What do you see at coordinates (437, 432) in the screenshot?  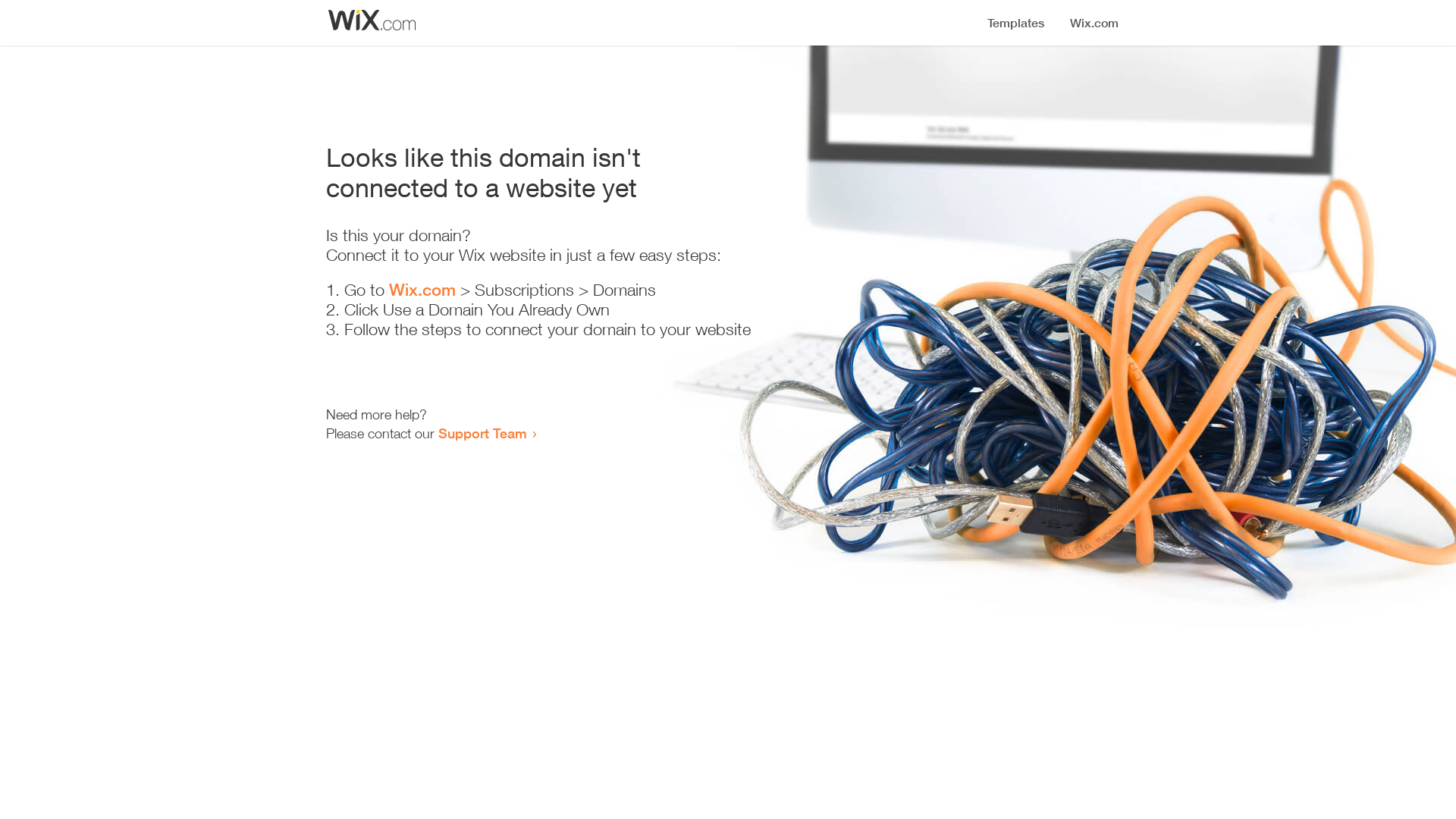 I see `'Support Team'` at bounding box center [437, 432].